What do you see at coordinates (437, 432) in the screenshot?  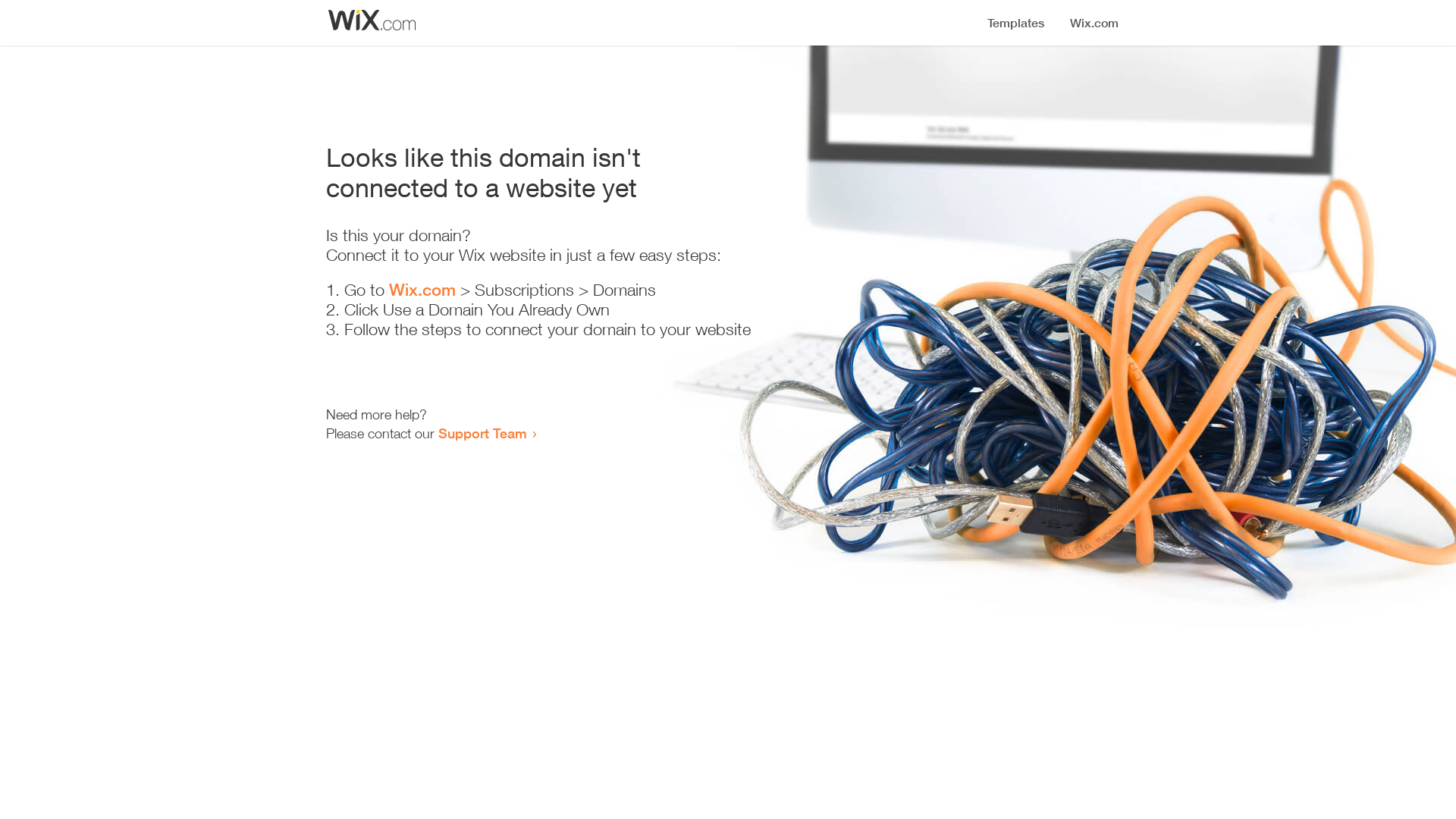 I see `'Support Team'` at bounding box center [437, 432].